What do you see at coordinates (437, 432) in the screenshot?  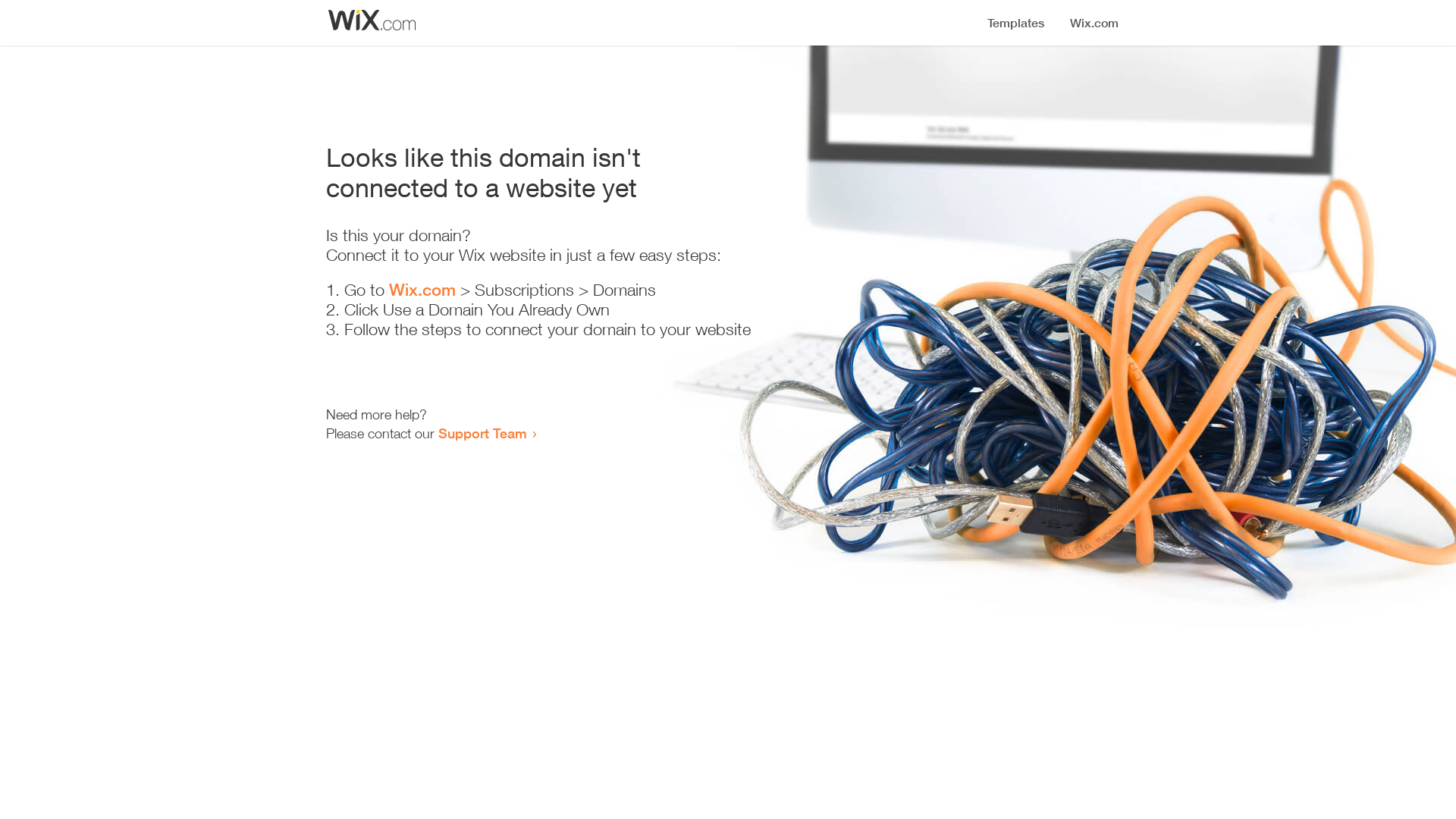 I see `'Support Team'` at bounding box center [437, 432].